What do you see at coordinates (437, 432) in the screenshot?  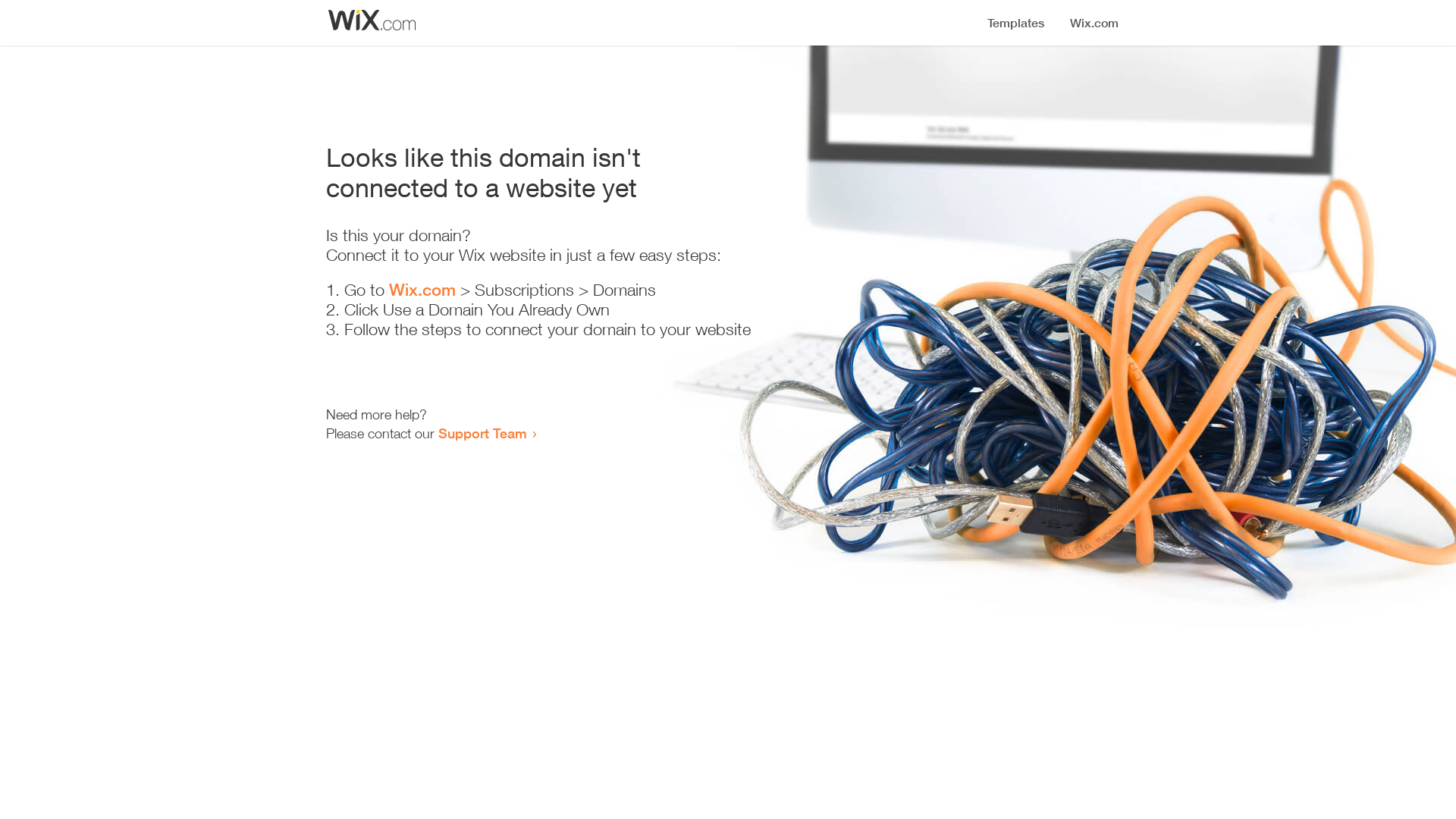 I see `'Support Team'` at bounding box center [437, 432].